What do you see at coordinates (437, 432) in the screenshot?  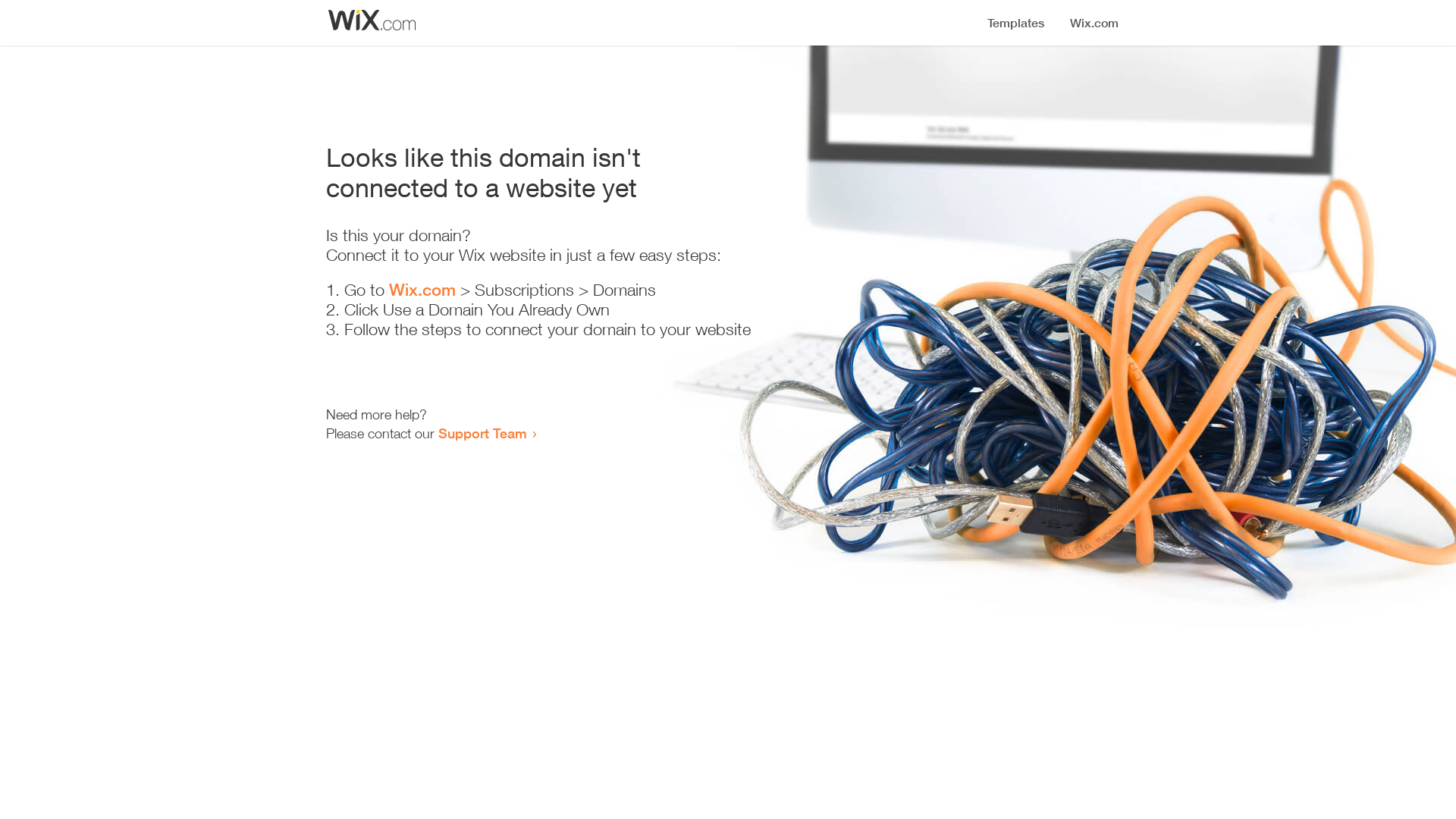 I see `'Support Team'` at bounding box center [437, 432].